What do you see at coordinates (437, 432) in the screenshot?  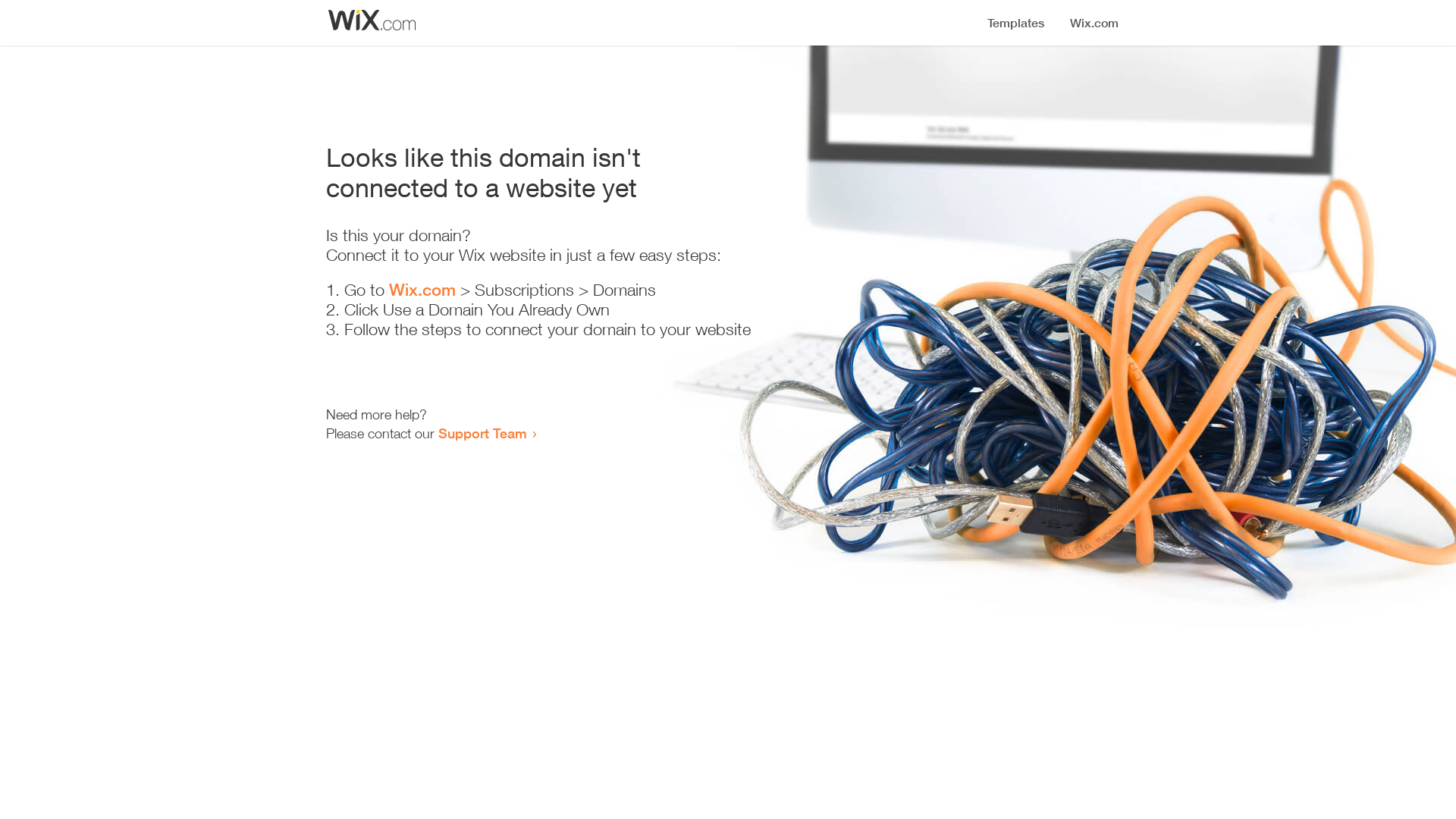 I see `'Support Team'` at bounding box center [437, 432].